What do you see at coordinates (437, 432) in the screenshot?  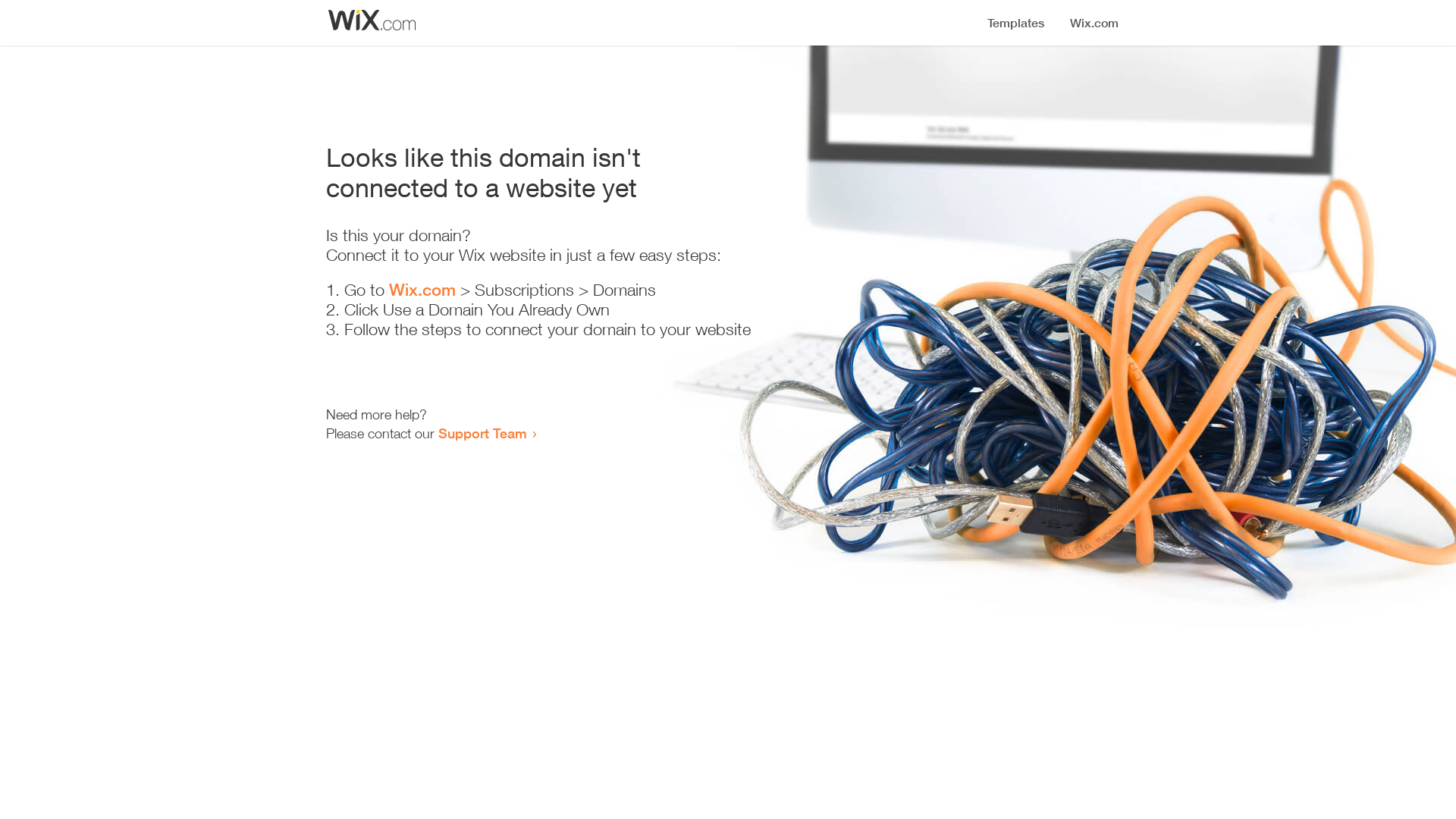 I see `'Support Team'` at bounding box center [437, 432].